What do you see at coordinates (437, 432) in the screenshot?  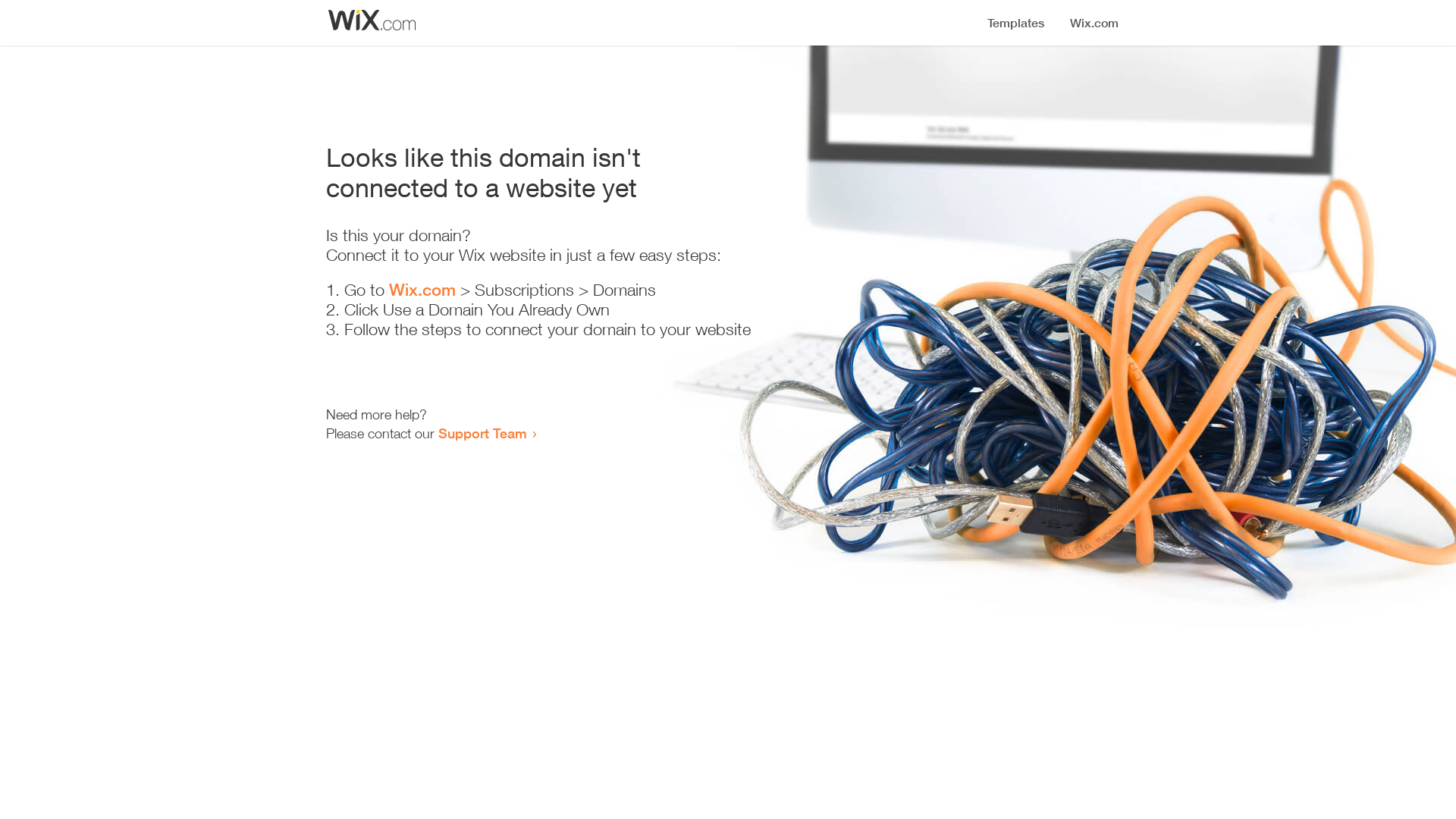 I see `'Support Team'` at bounding box center [437, 432].